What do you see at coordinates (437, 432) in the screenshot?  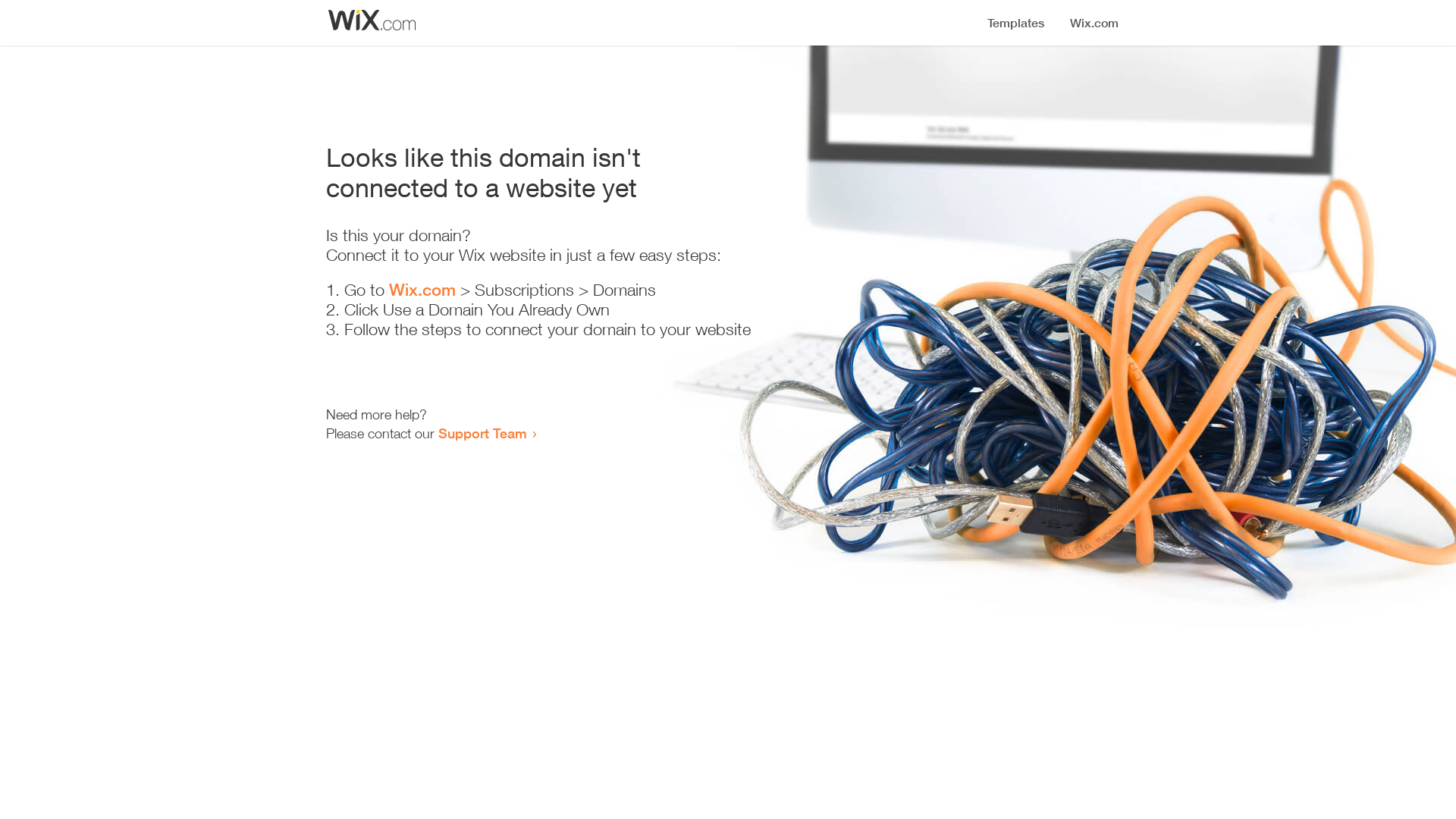 I see `'Support Team'` at bounding box center [437, 432].